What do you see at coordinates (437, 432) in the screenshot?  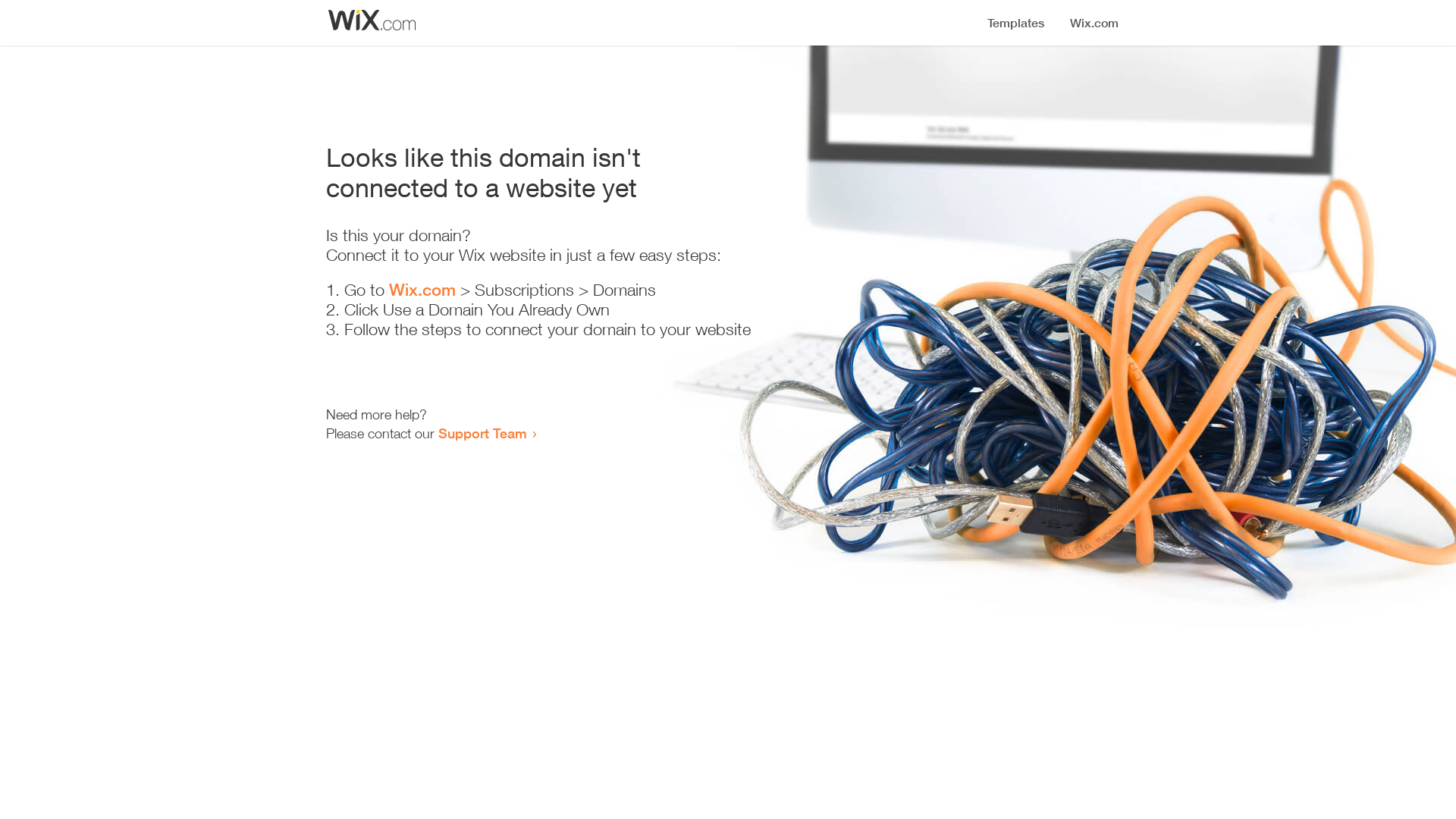 I see `'Support Team'` at bounding box center [437, 432].